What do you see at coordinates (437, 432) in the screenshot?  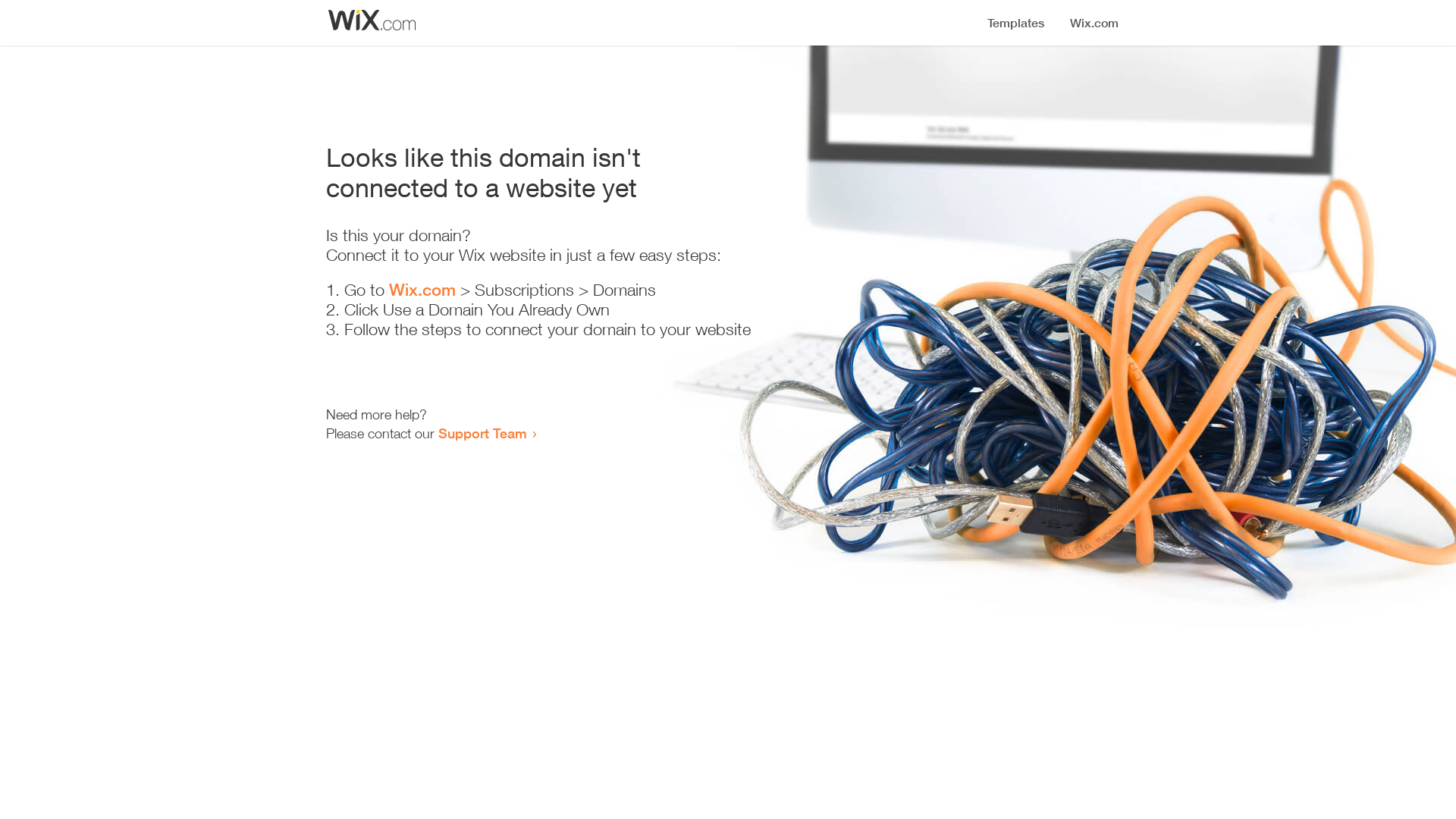 I see `'Support Team'` at bounding box center [437, 432].